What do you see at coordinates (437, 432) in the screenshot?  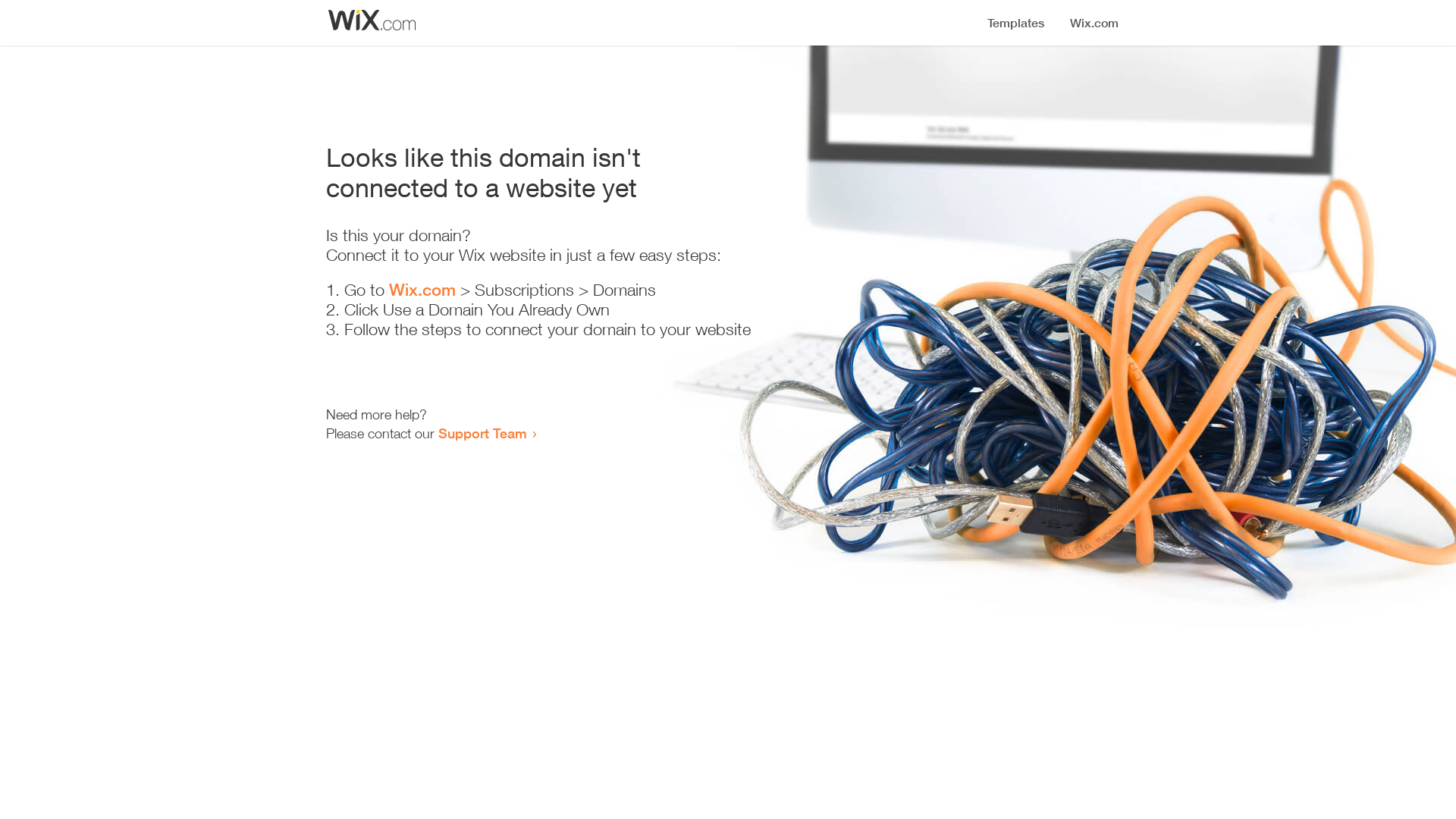 I see `'Support Team'` at bounding box center [437, 432].